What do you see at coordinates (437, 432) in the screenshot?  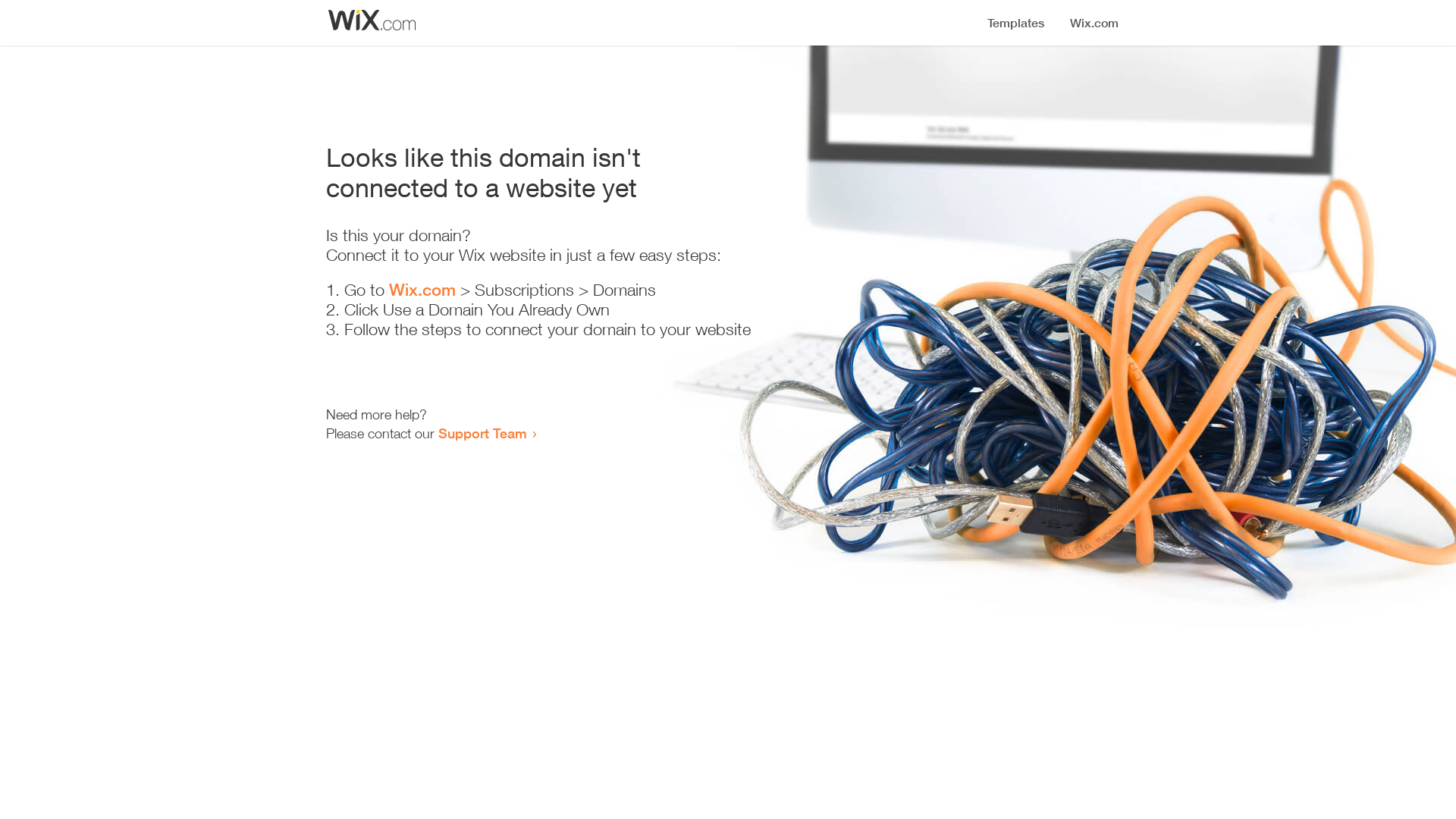 I see `'Support Team'` at bounding box center [437, 432].